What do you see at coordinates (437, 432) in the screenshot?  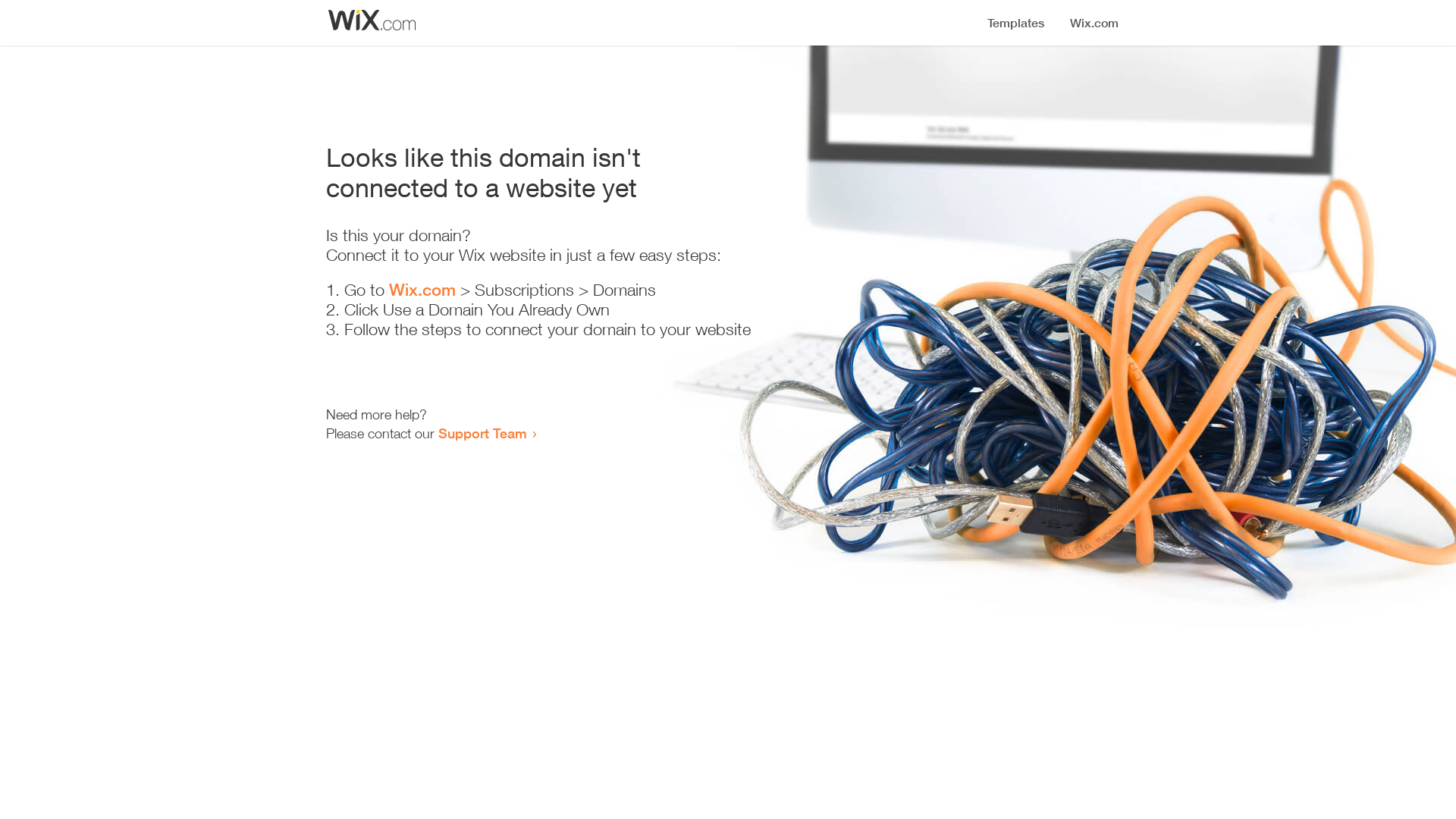 I see `'Support Team'` at bounding box center [437, 432].